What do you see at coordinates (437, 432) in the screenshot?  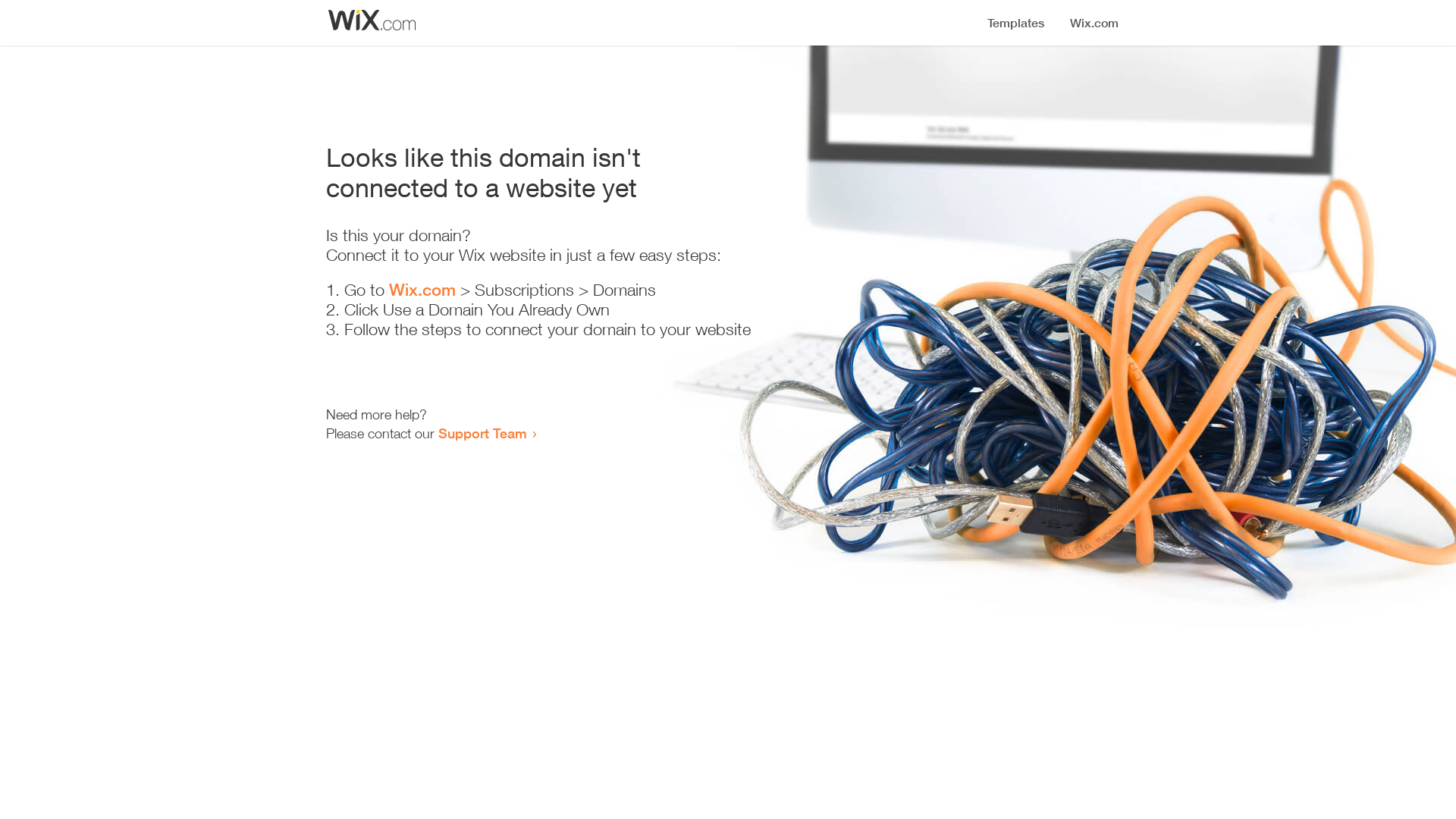 I see `'Support Team'` at bounding box center [437, 432].